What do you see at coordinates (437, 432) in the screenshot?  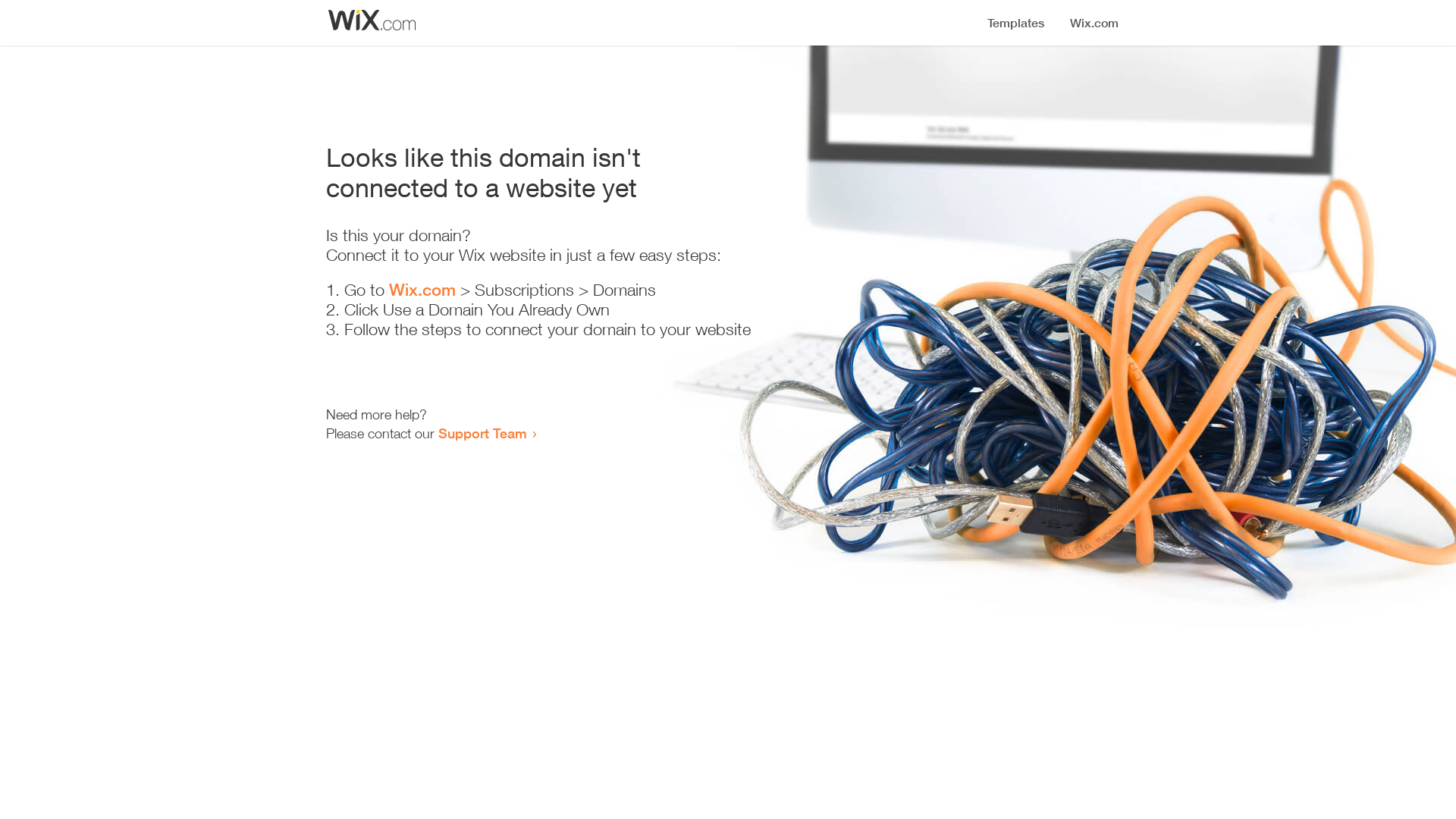 I see `'Support Team'` at bounding box center [437, 432].